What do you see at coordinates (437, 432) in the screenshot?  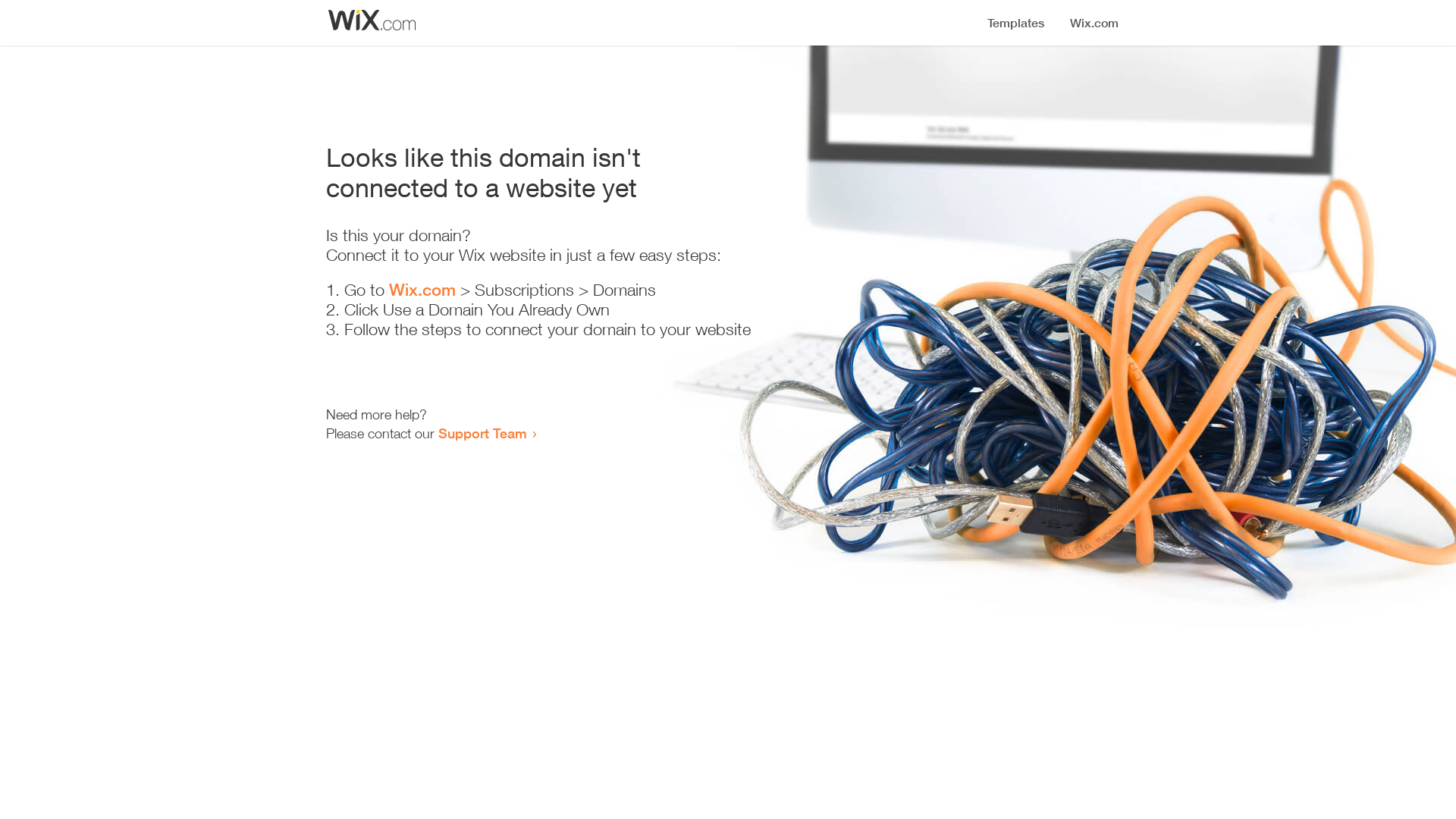 I see `'Support Team'` at bounding box center [437, 432].